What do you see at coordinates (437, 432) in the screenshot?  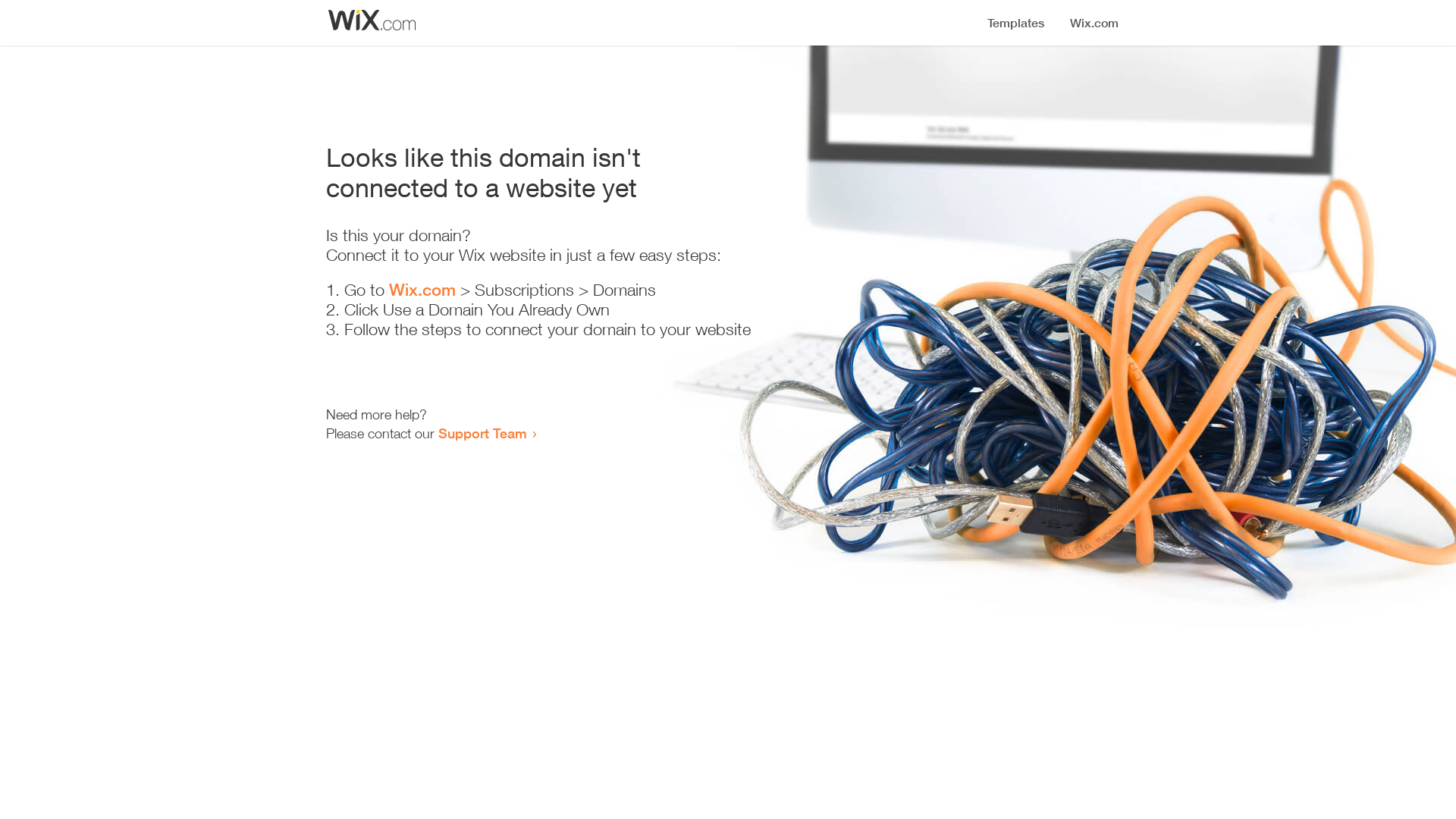 I see `'Support Team'` at bounding box center [437, 432].